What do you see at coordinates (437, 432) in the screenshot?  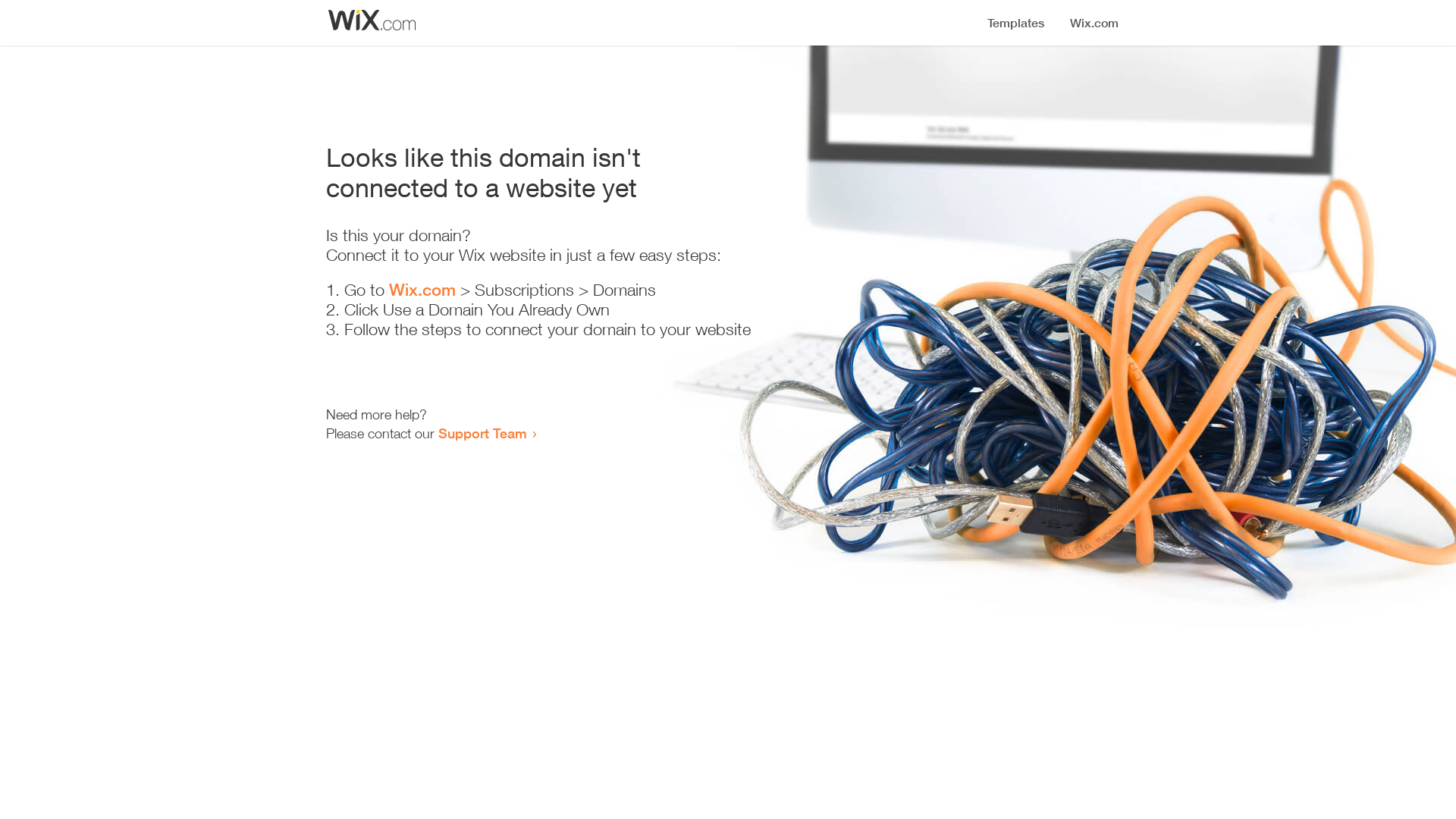 I see `'Support Team'` at bounding box center [437, 432].